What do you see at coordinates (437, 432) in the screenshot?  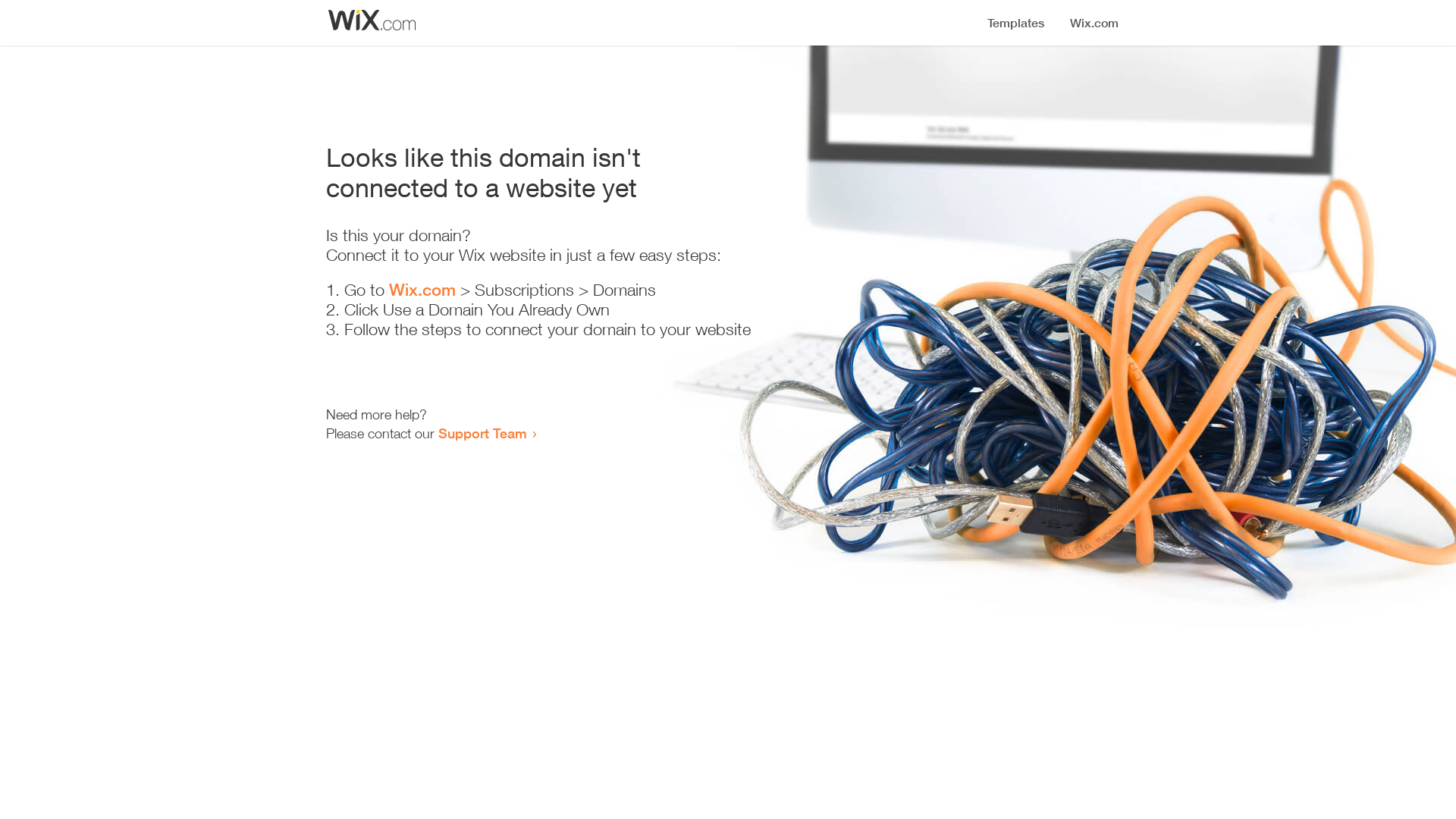 I see `'Support Team'` at bounding box center [437, 432].